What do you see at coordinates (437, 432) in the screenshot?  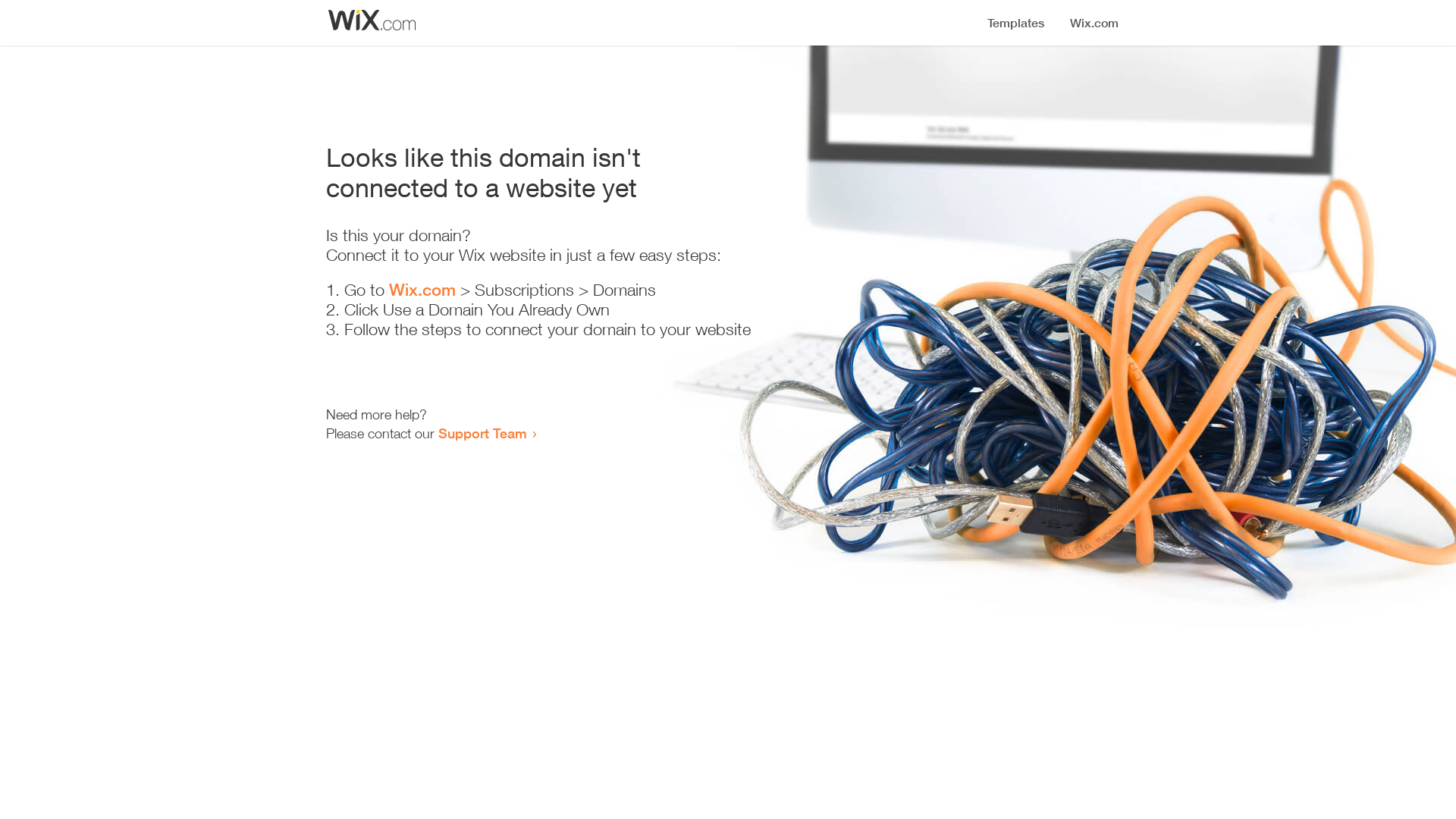 I see `'Support Team'` at bounding box center [437, 432].